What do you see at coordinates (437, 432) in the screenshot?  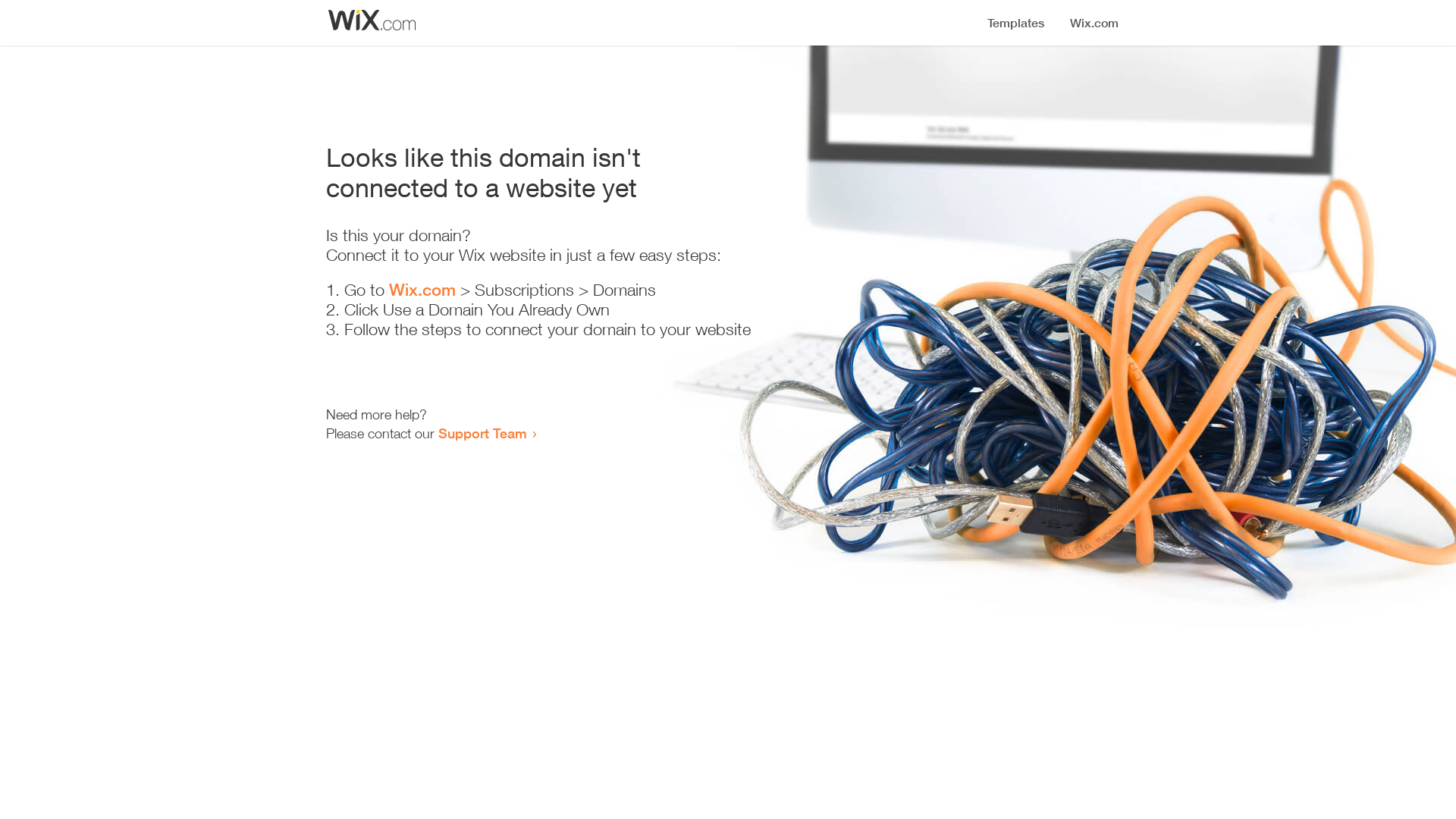 I see `'Support Team'` at bounding box center [437, 432].